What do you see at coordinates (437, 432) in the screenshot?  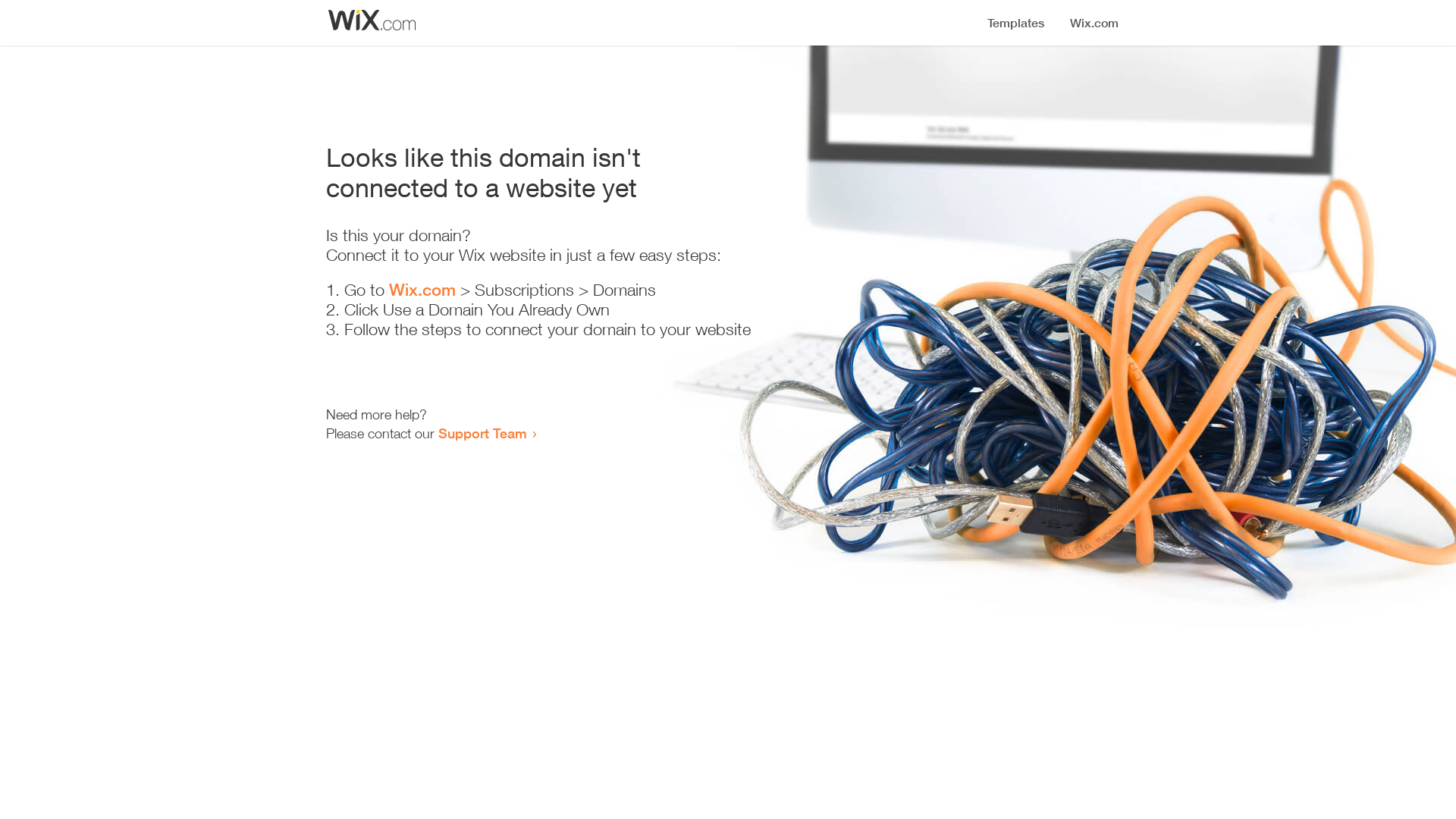 I see `'Support Team'` at bounding box center [437, 432].